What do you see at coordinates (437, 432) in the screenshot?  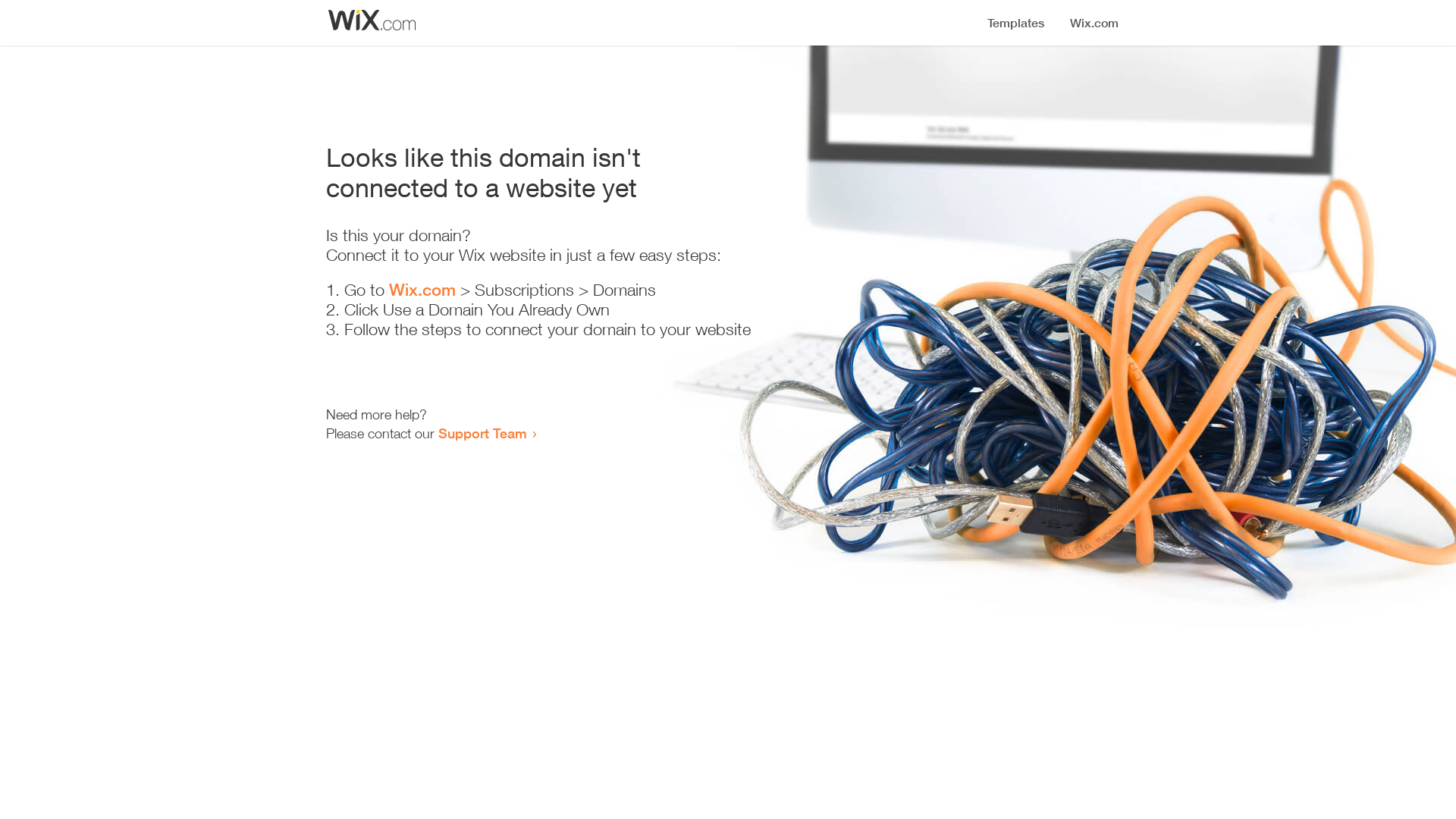 I see `'Support Team'` at bounding box center [437, 432].